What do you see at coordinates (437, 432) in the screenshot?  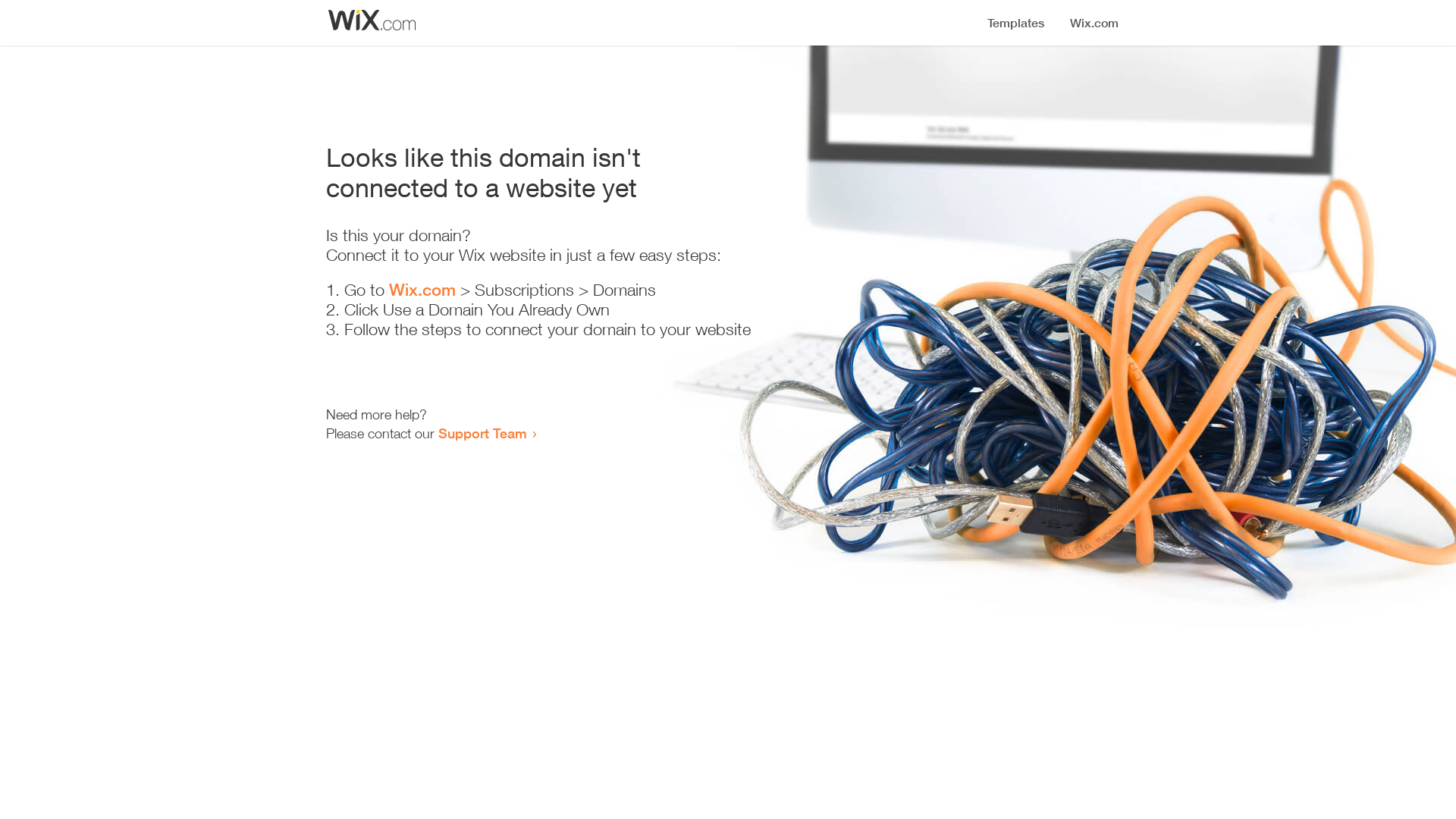 I see `'Support Team'` at bounding box center [437, 432].